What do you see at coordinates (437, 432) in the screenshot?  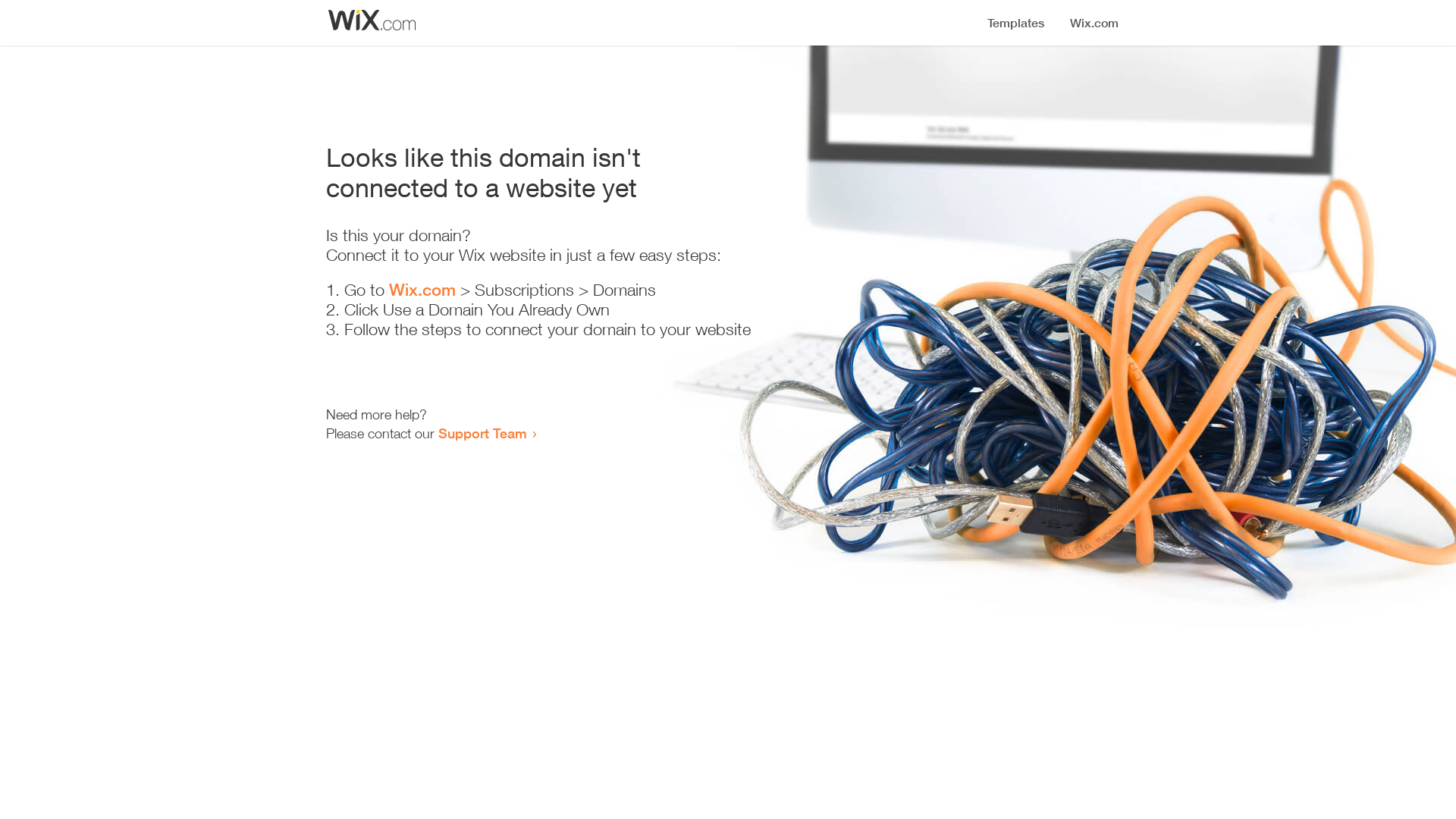 I see `'Support Team'` at bounding box center [437, 432].